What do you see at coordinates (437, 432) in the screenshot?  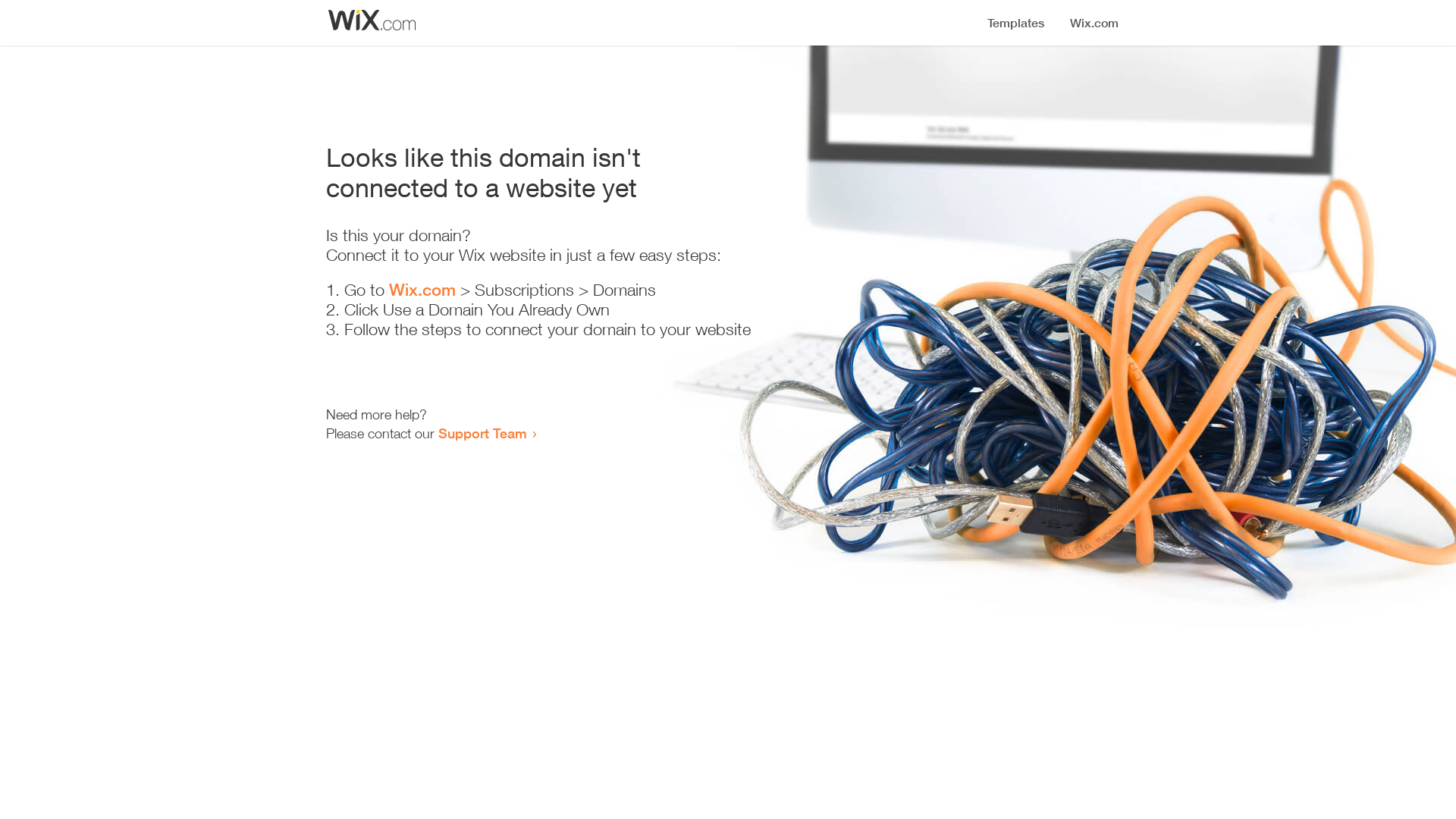 I see `'Support Team'` at bounding box center [437, 432].